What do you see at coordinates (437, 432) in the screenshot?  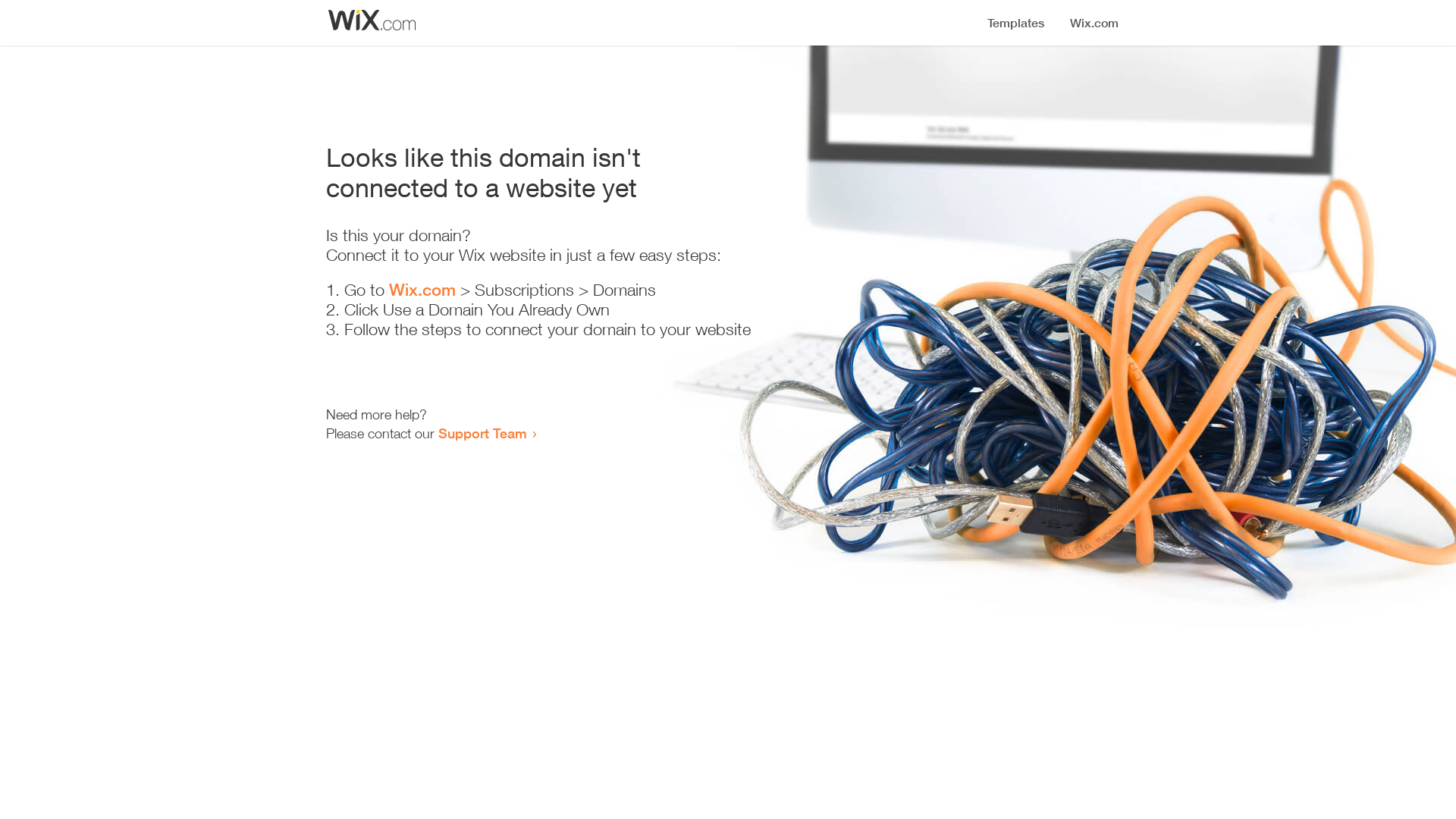 I see `'Support Team'` at bounding box center [437, 432].